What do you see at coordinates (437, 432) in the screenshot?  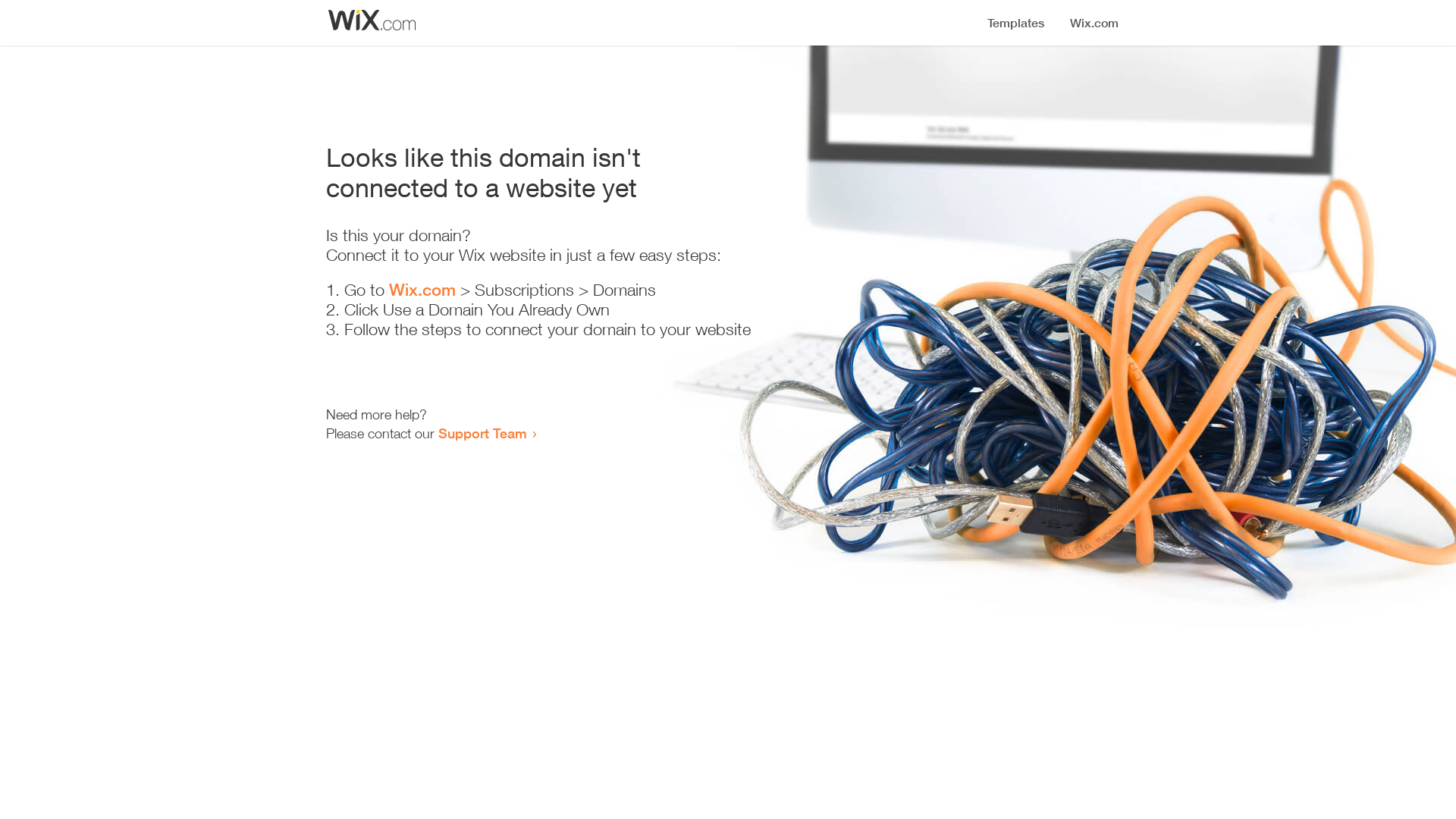 I see `'Support Team'` at bounding box center [437, 432].